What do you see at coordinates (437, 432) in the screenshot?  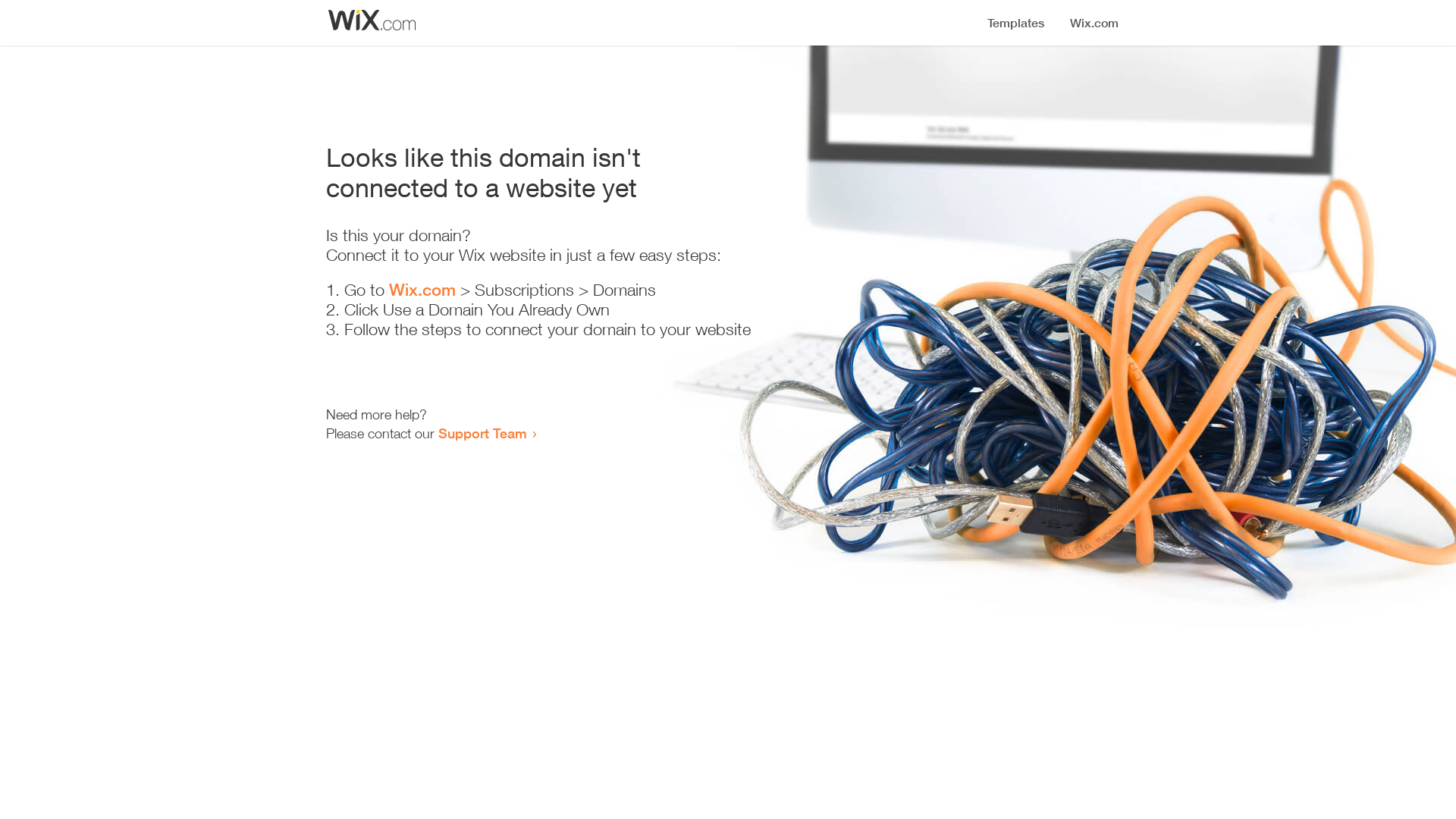 I see `'Support Team'` at bounding box center [437, 432].